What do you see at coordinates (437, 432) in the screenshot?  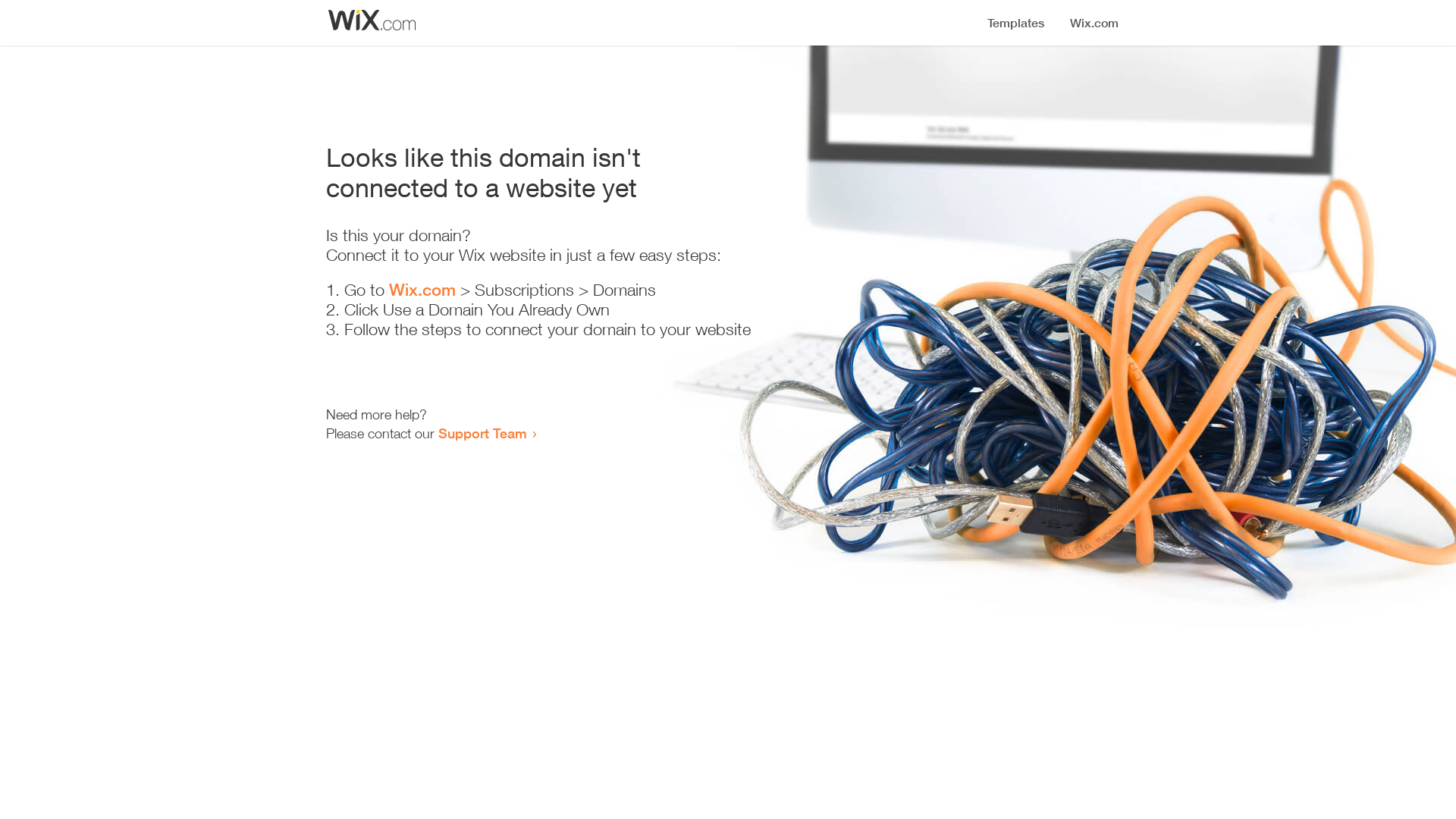 I see `'Support Team'` at bounding box center [437, 432].